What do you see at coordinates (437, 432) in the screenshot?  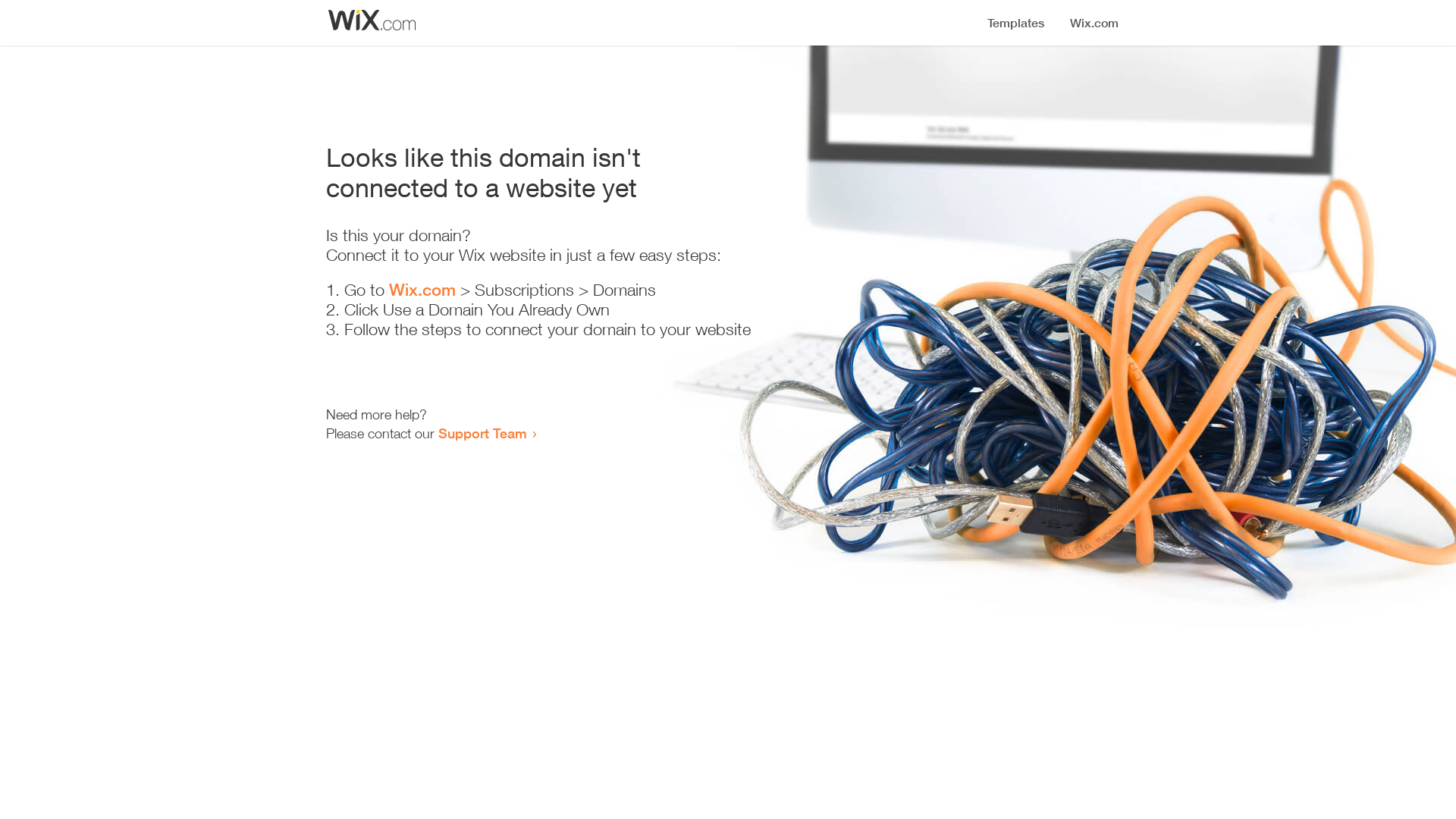 I see `'Support Team'` at bounding box center [437, 432].